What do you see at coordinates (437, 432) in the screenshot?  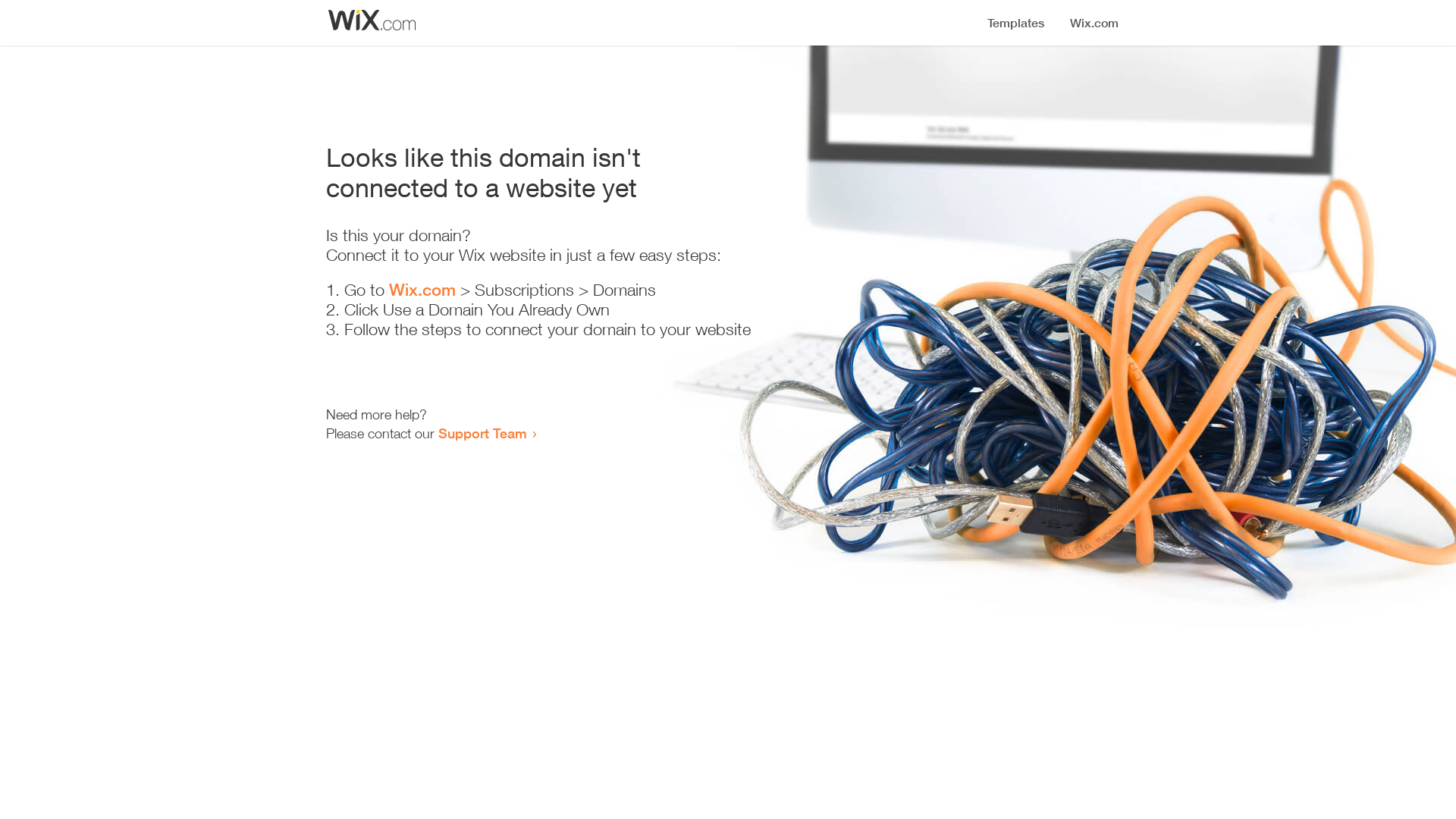 I see `'Support Team'` at bounding box center [437, 432].